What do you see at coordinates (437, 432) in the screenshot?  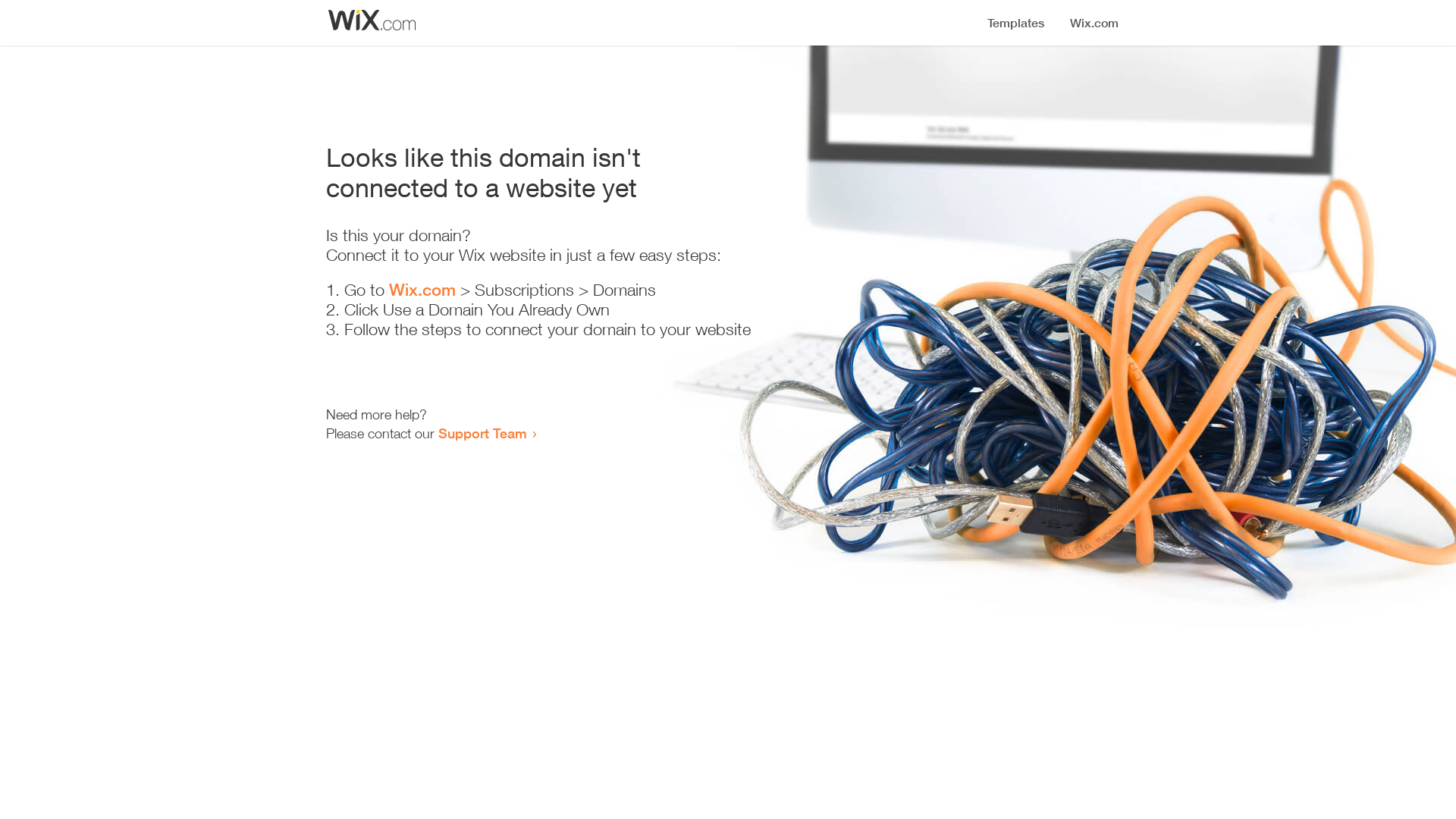 I see `'Support Team'` at bounding box center [437, 432].